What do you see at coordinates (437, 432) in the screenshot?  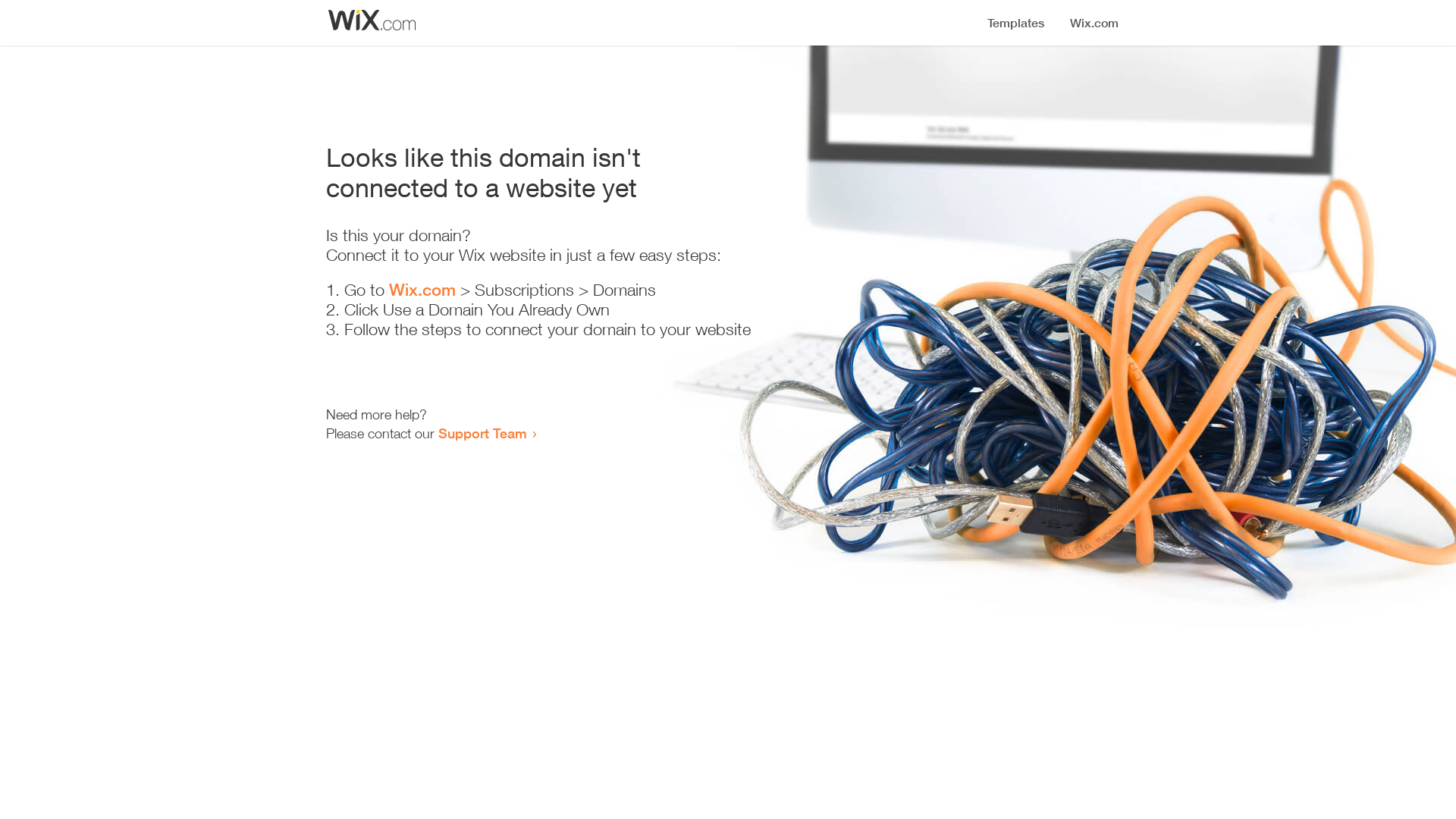 I see `'Support Team'` at bounding box center [437, 432].